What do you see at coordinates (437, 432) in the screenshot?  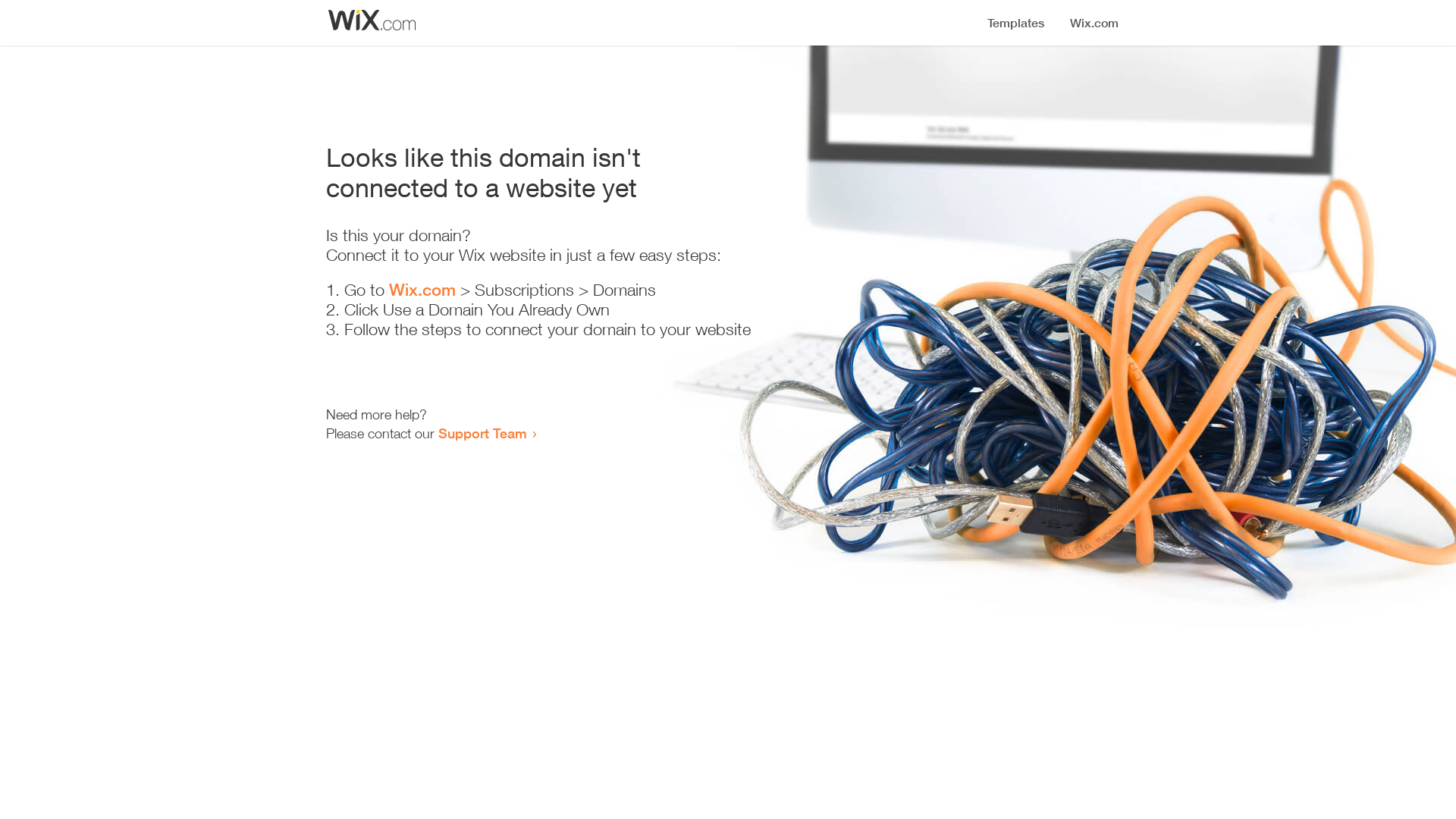 I see `'Support Team'` at bounding box center [437, 432].